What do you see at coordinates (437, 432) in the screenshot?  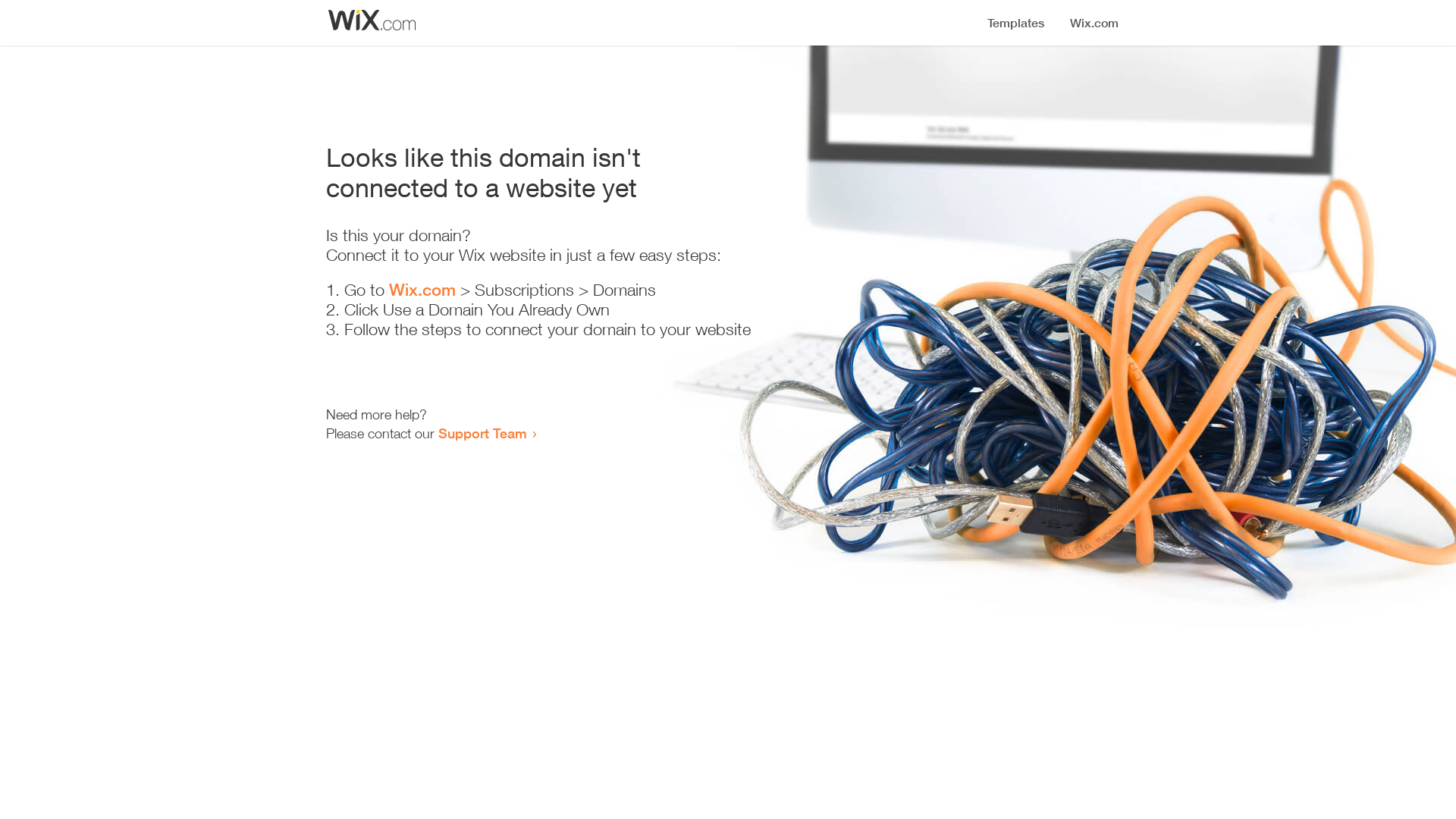 I see `'Support Team'` at bounding box center [437, 432].